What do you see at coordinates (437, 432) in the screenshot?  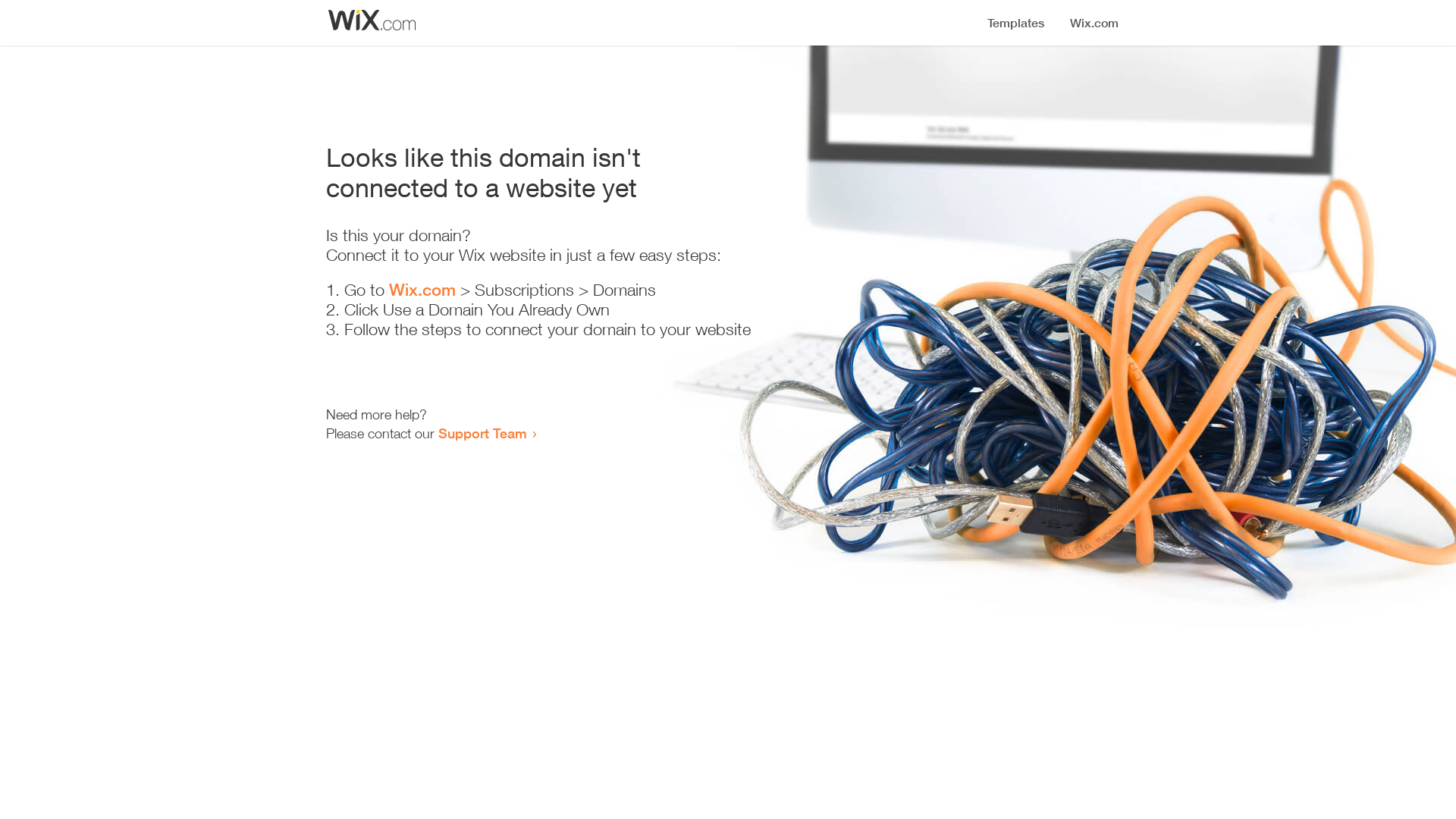 I see `'Support Team'` at bounding box center [437, 432].